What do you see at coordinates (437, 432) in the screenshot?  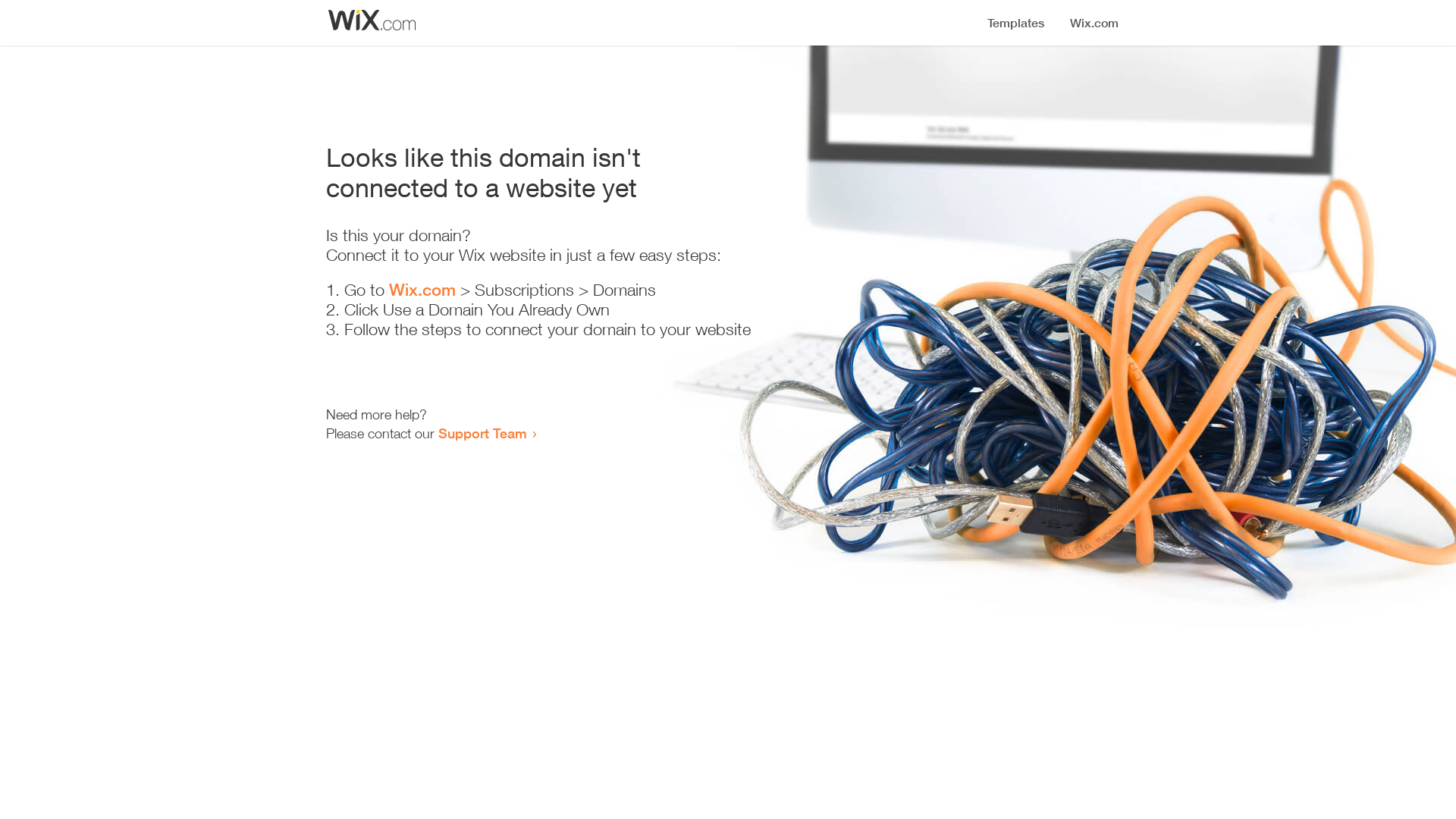 I see `'Support Team'` at bounding box center [437, 432].